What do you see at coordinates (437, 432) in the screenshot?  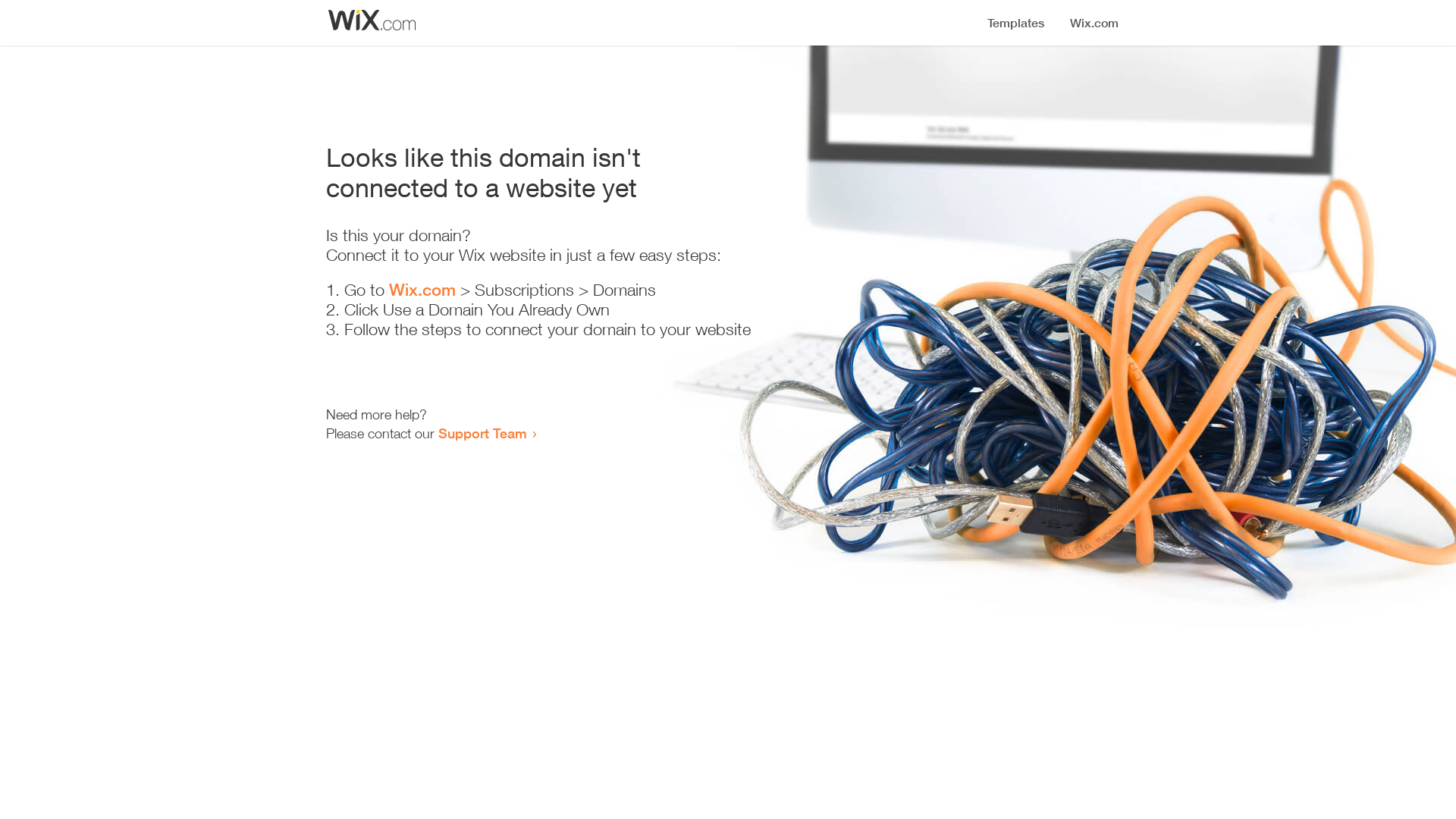 I see `'Support Team'` at bounding box center [437, 432].